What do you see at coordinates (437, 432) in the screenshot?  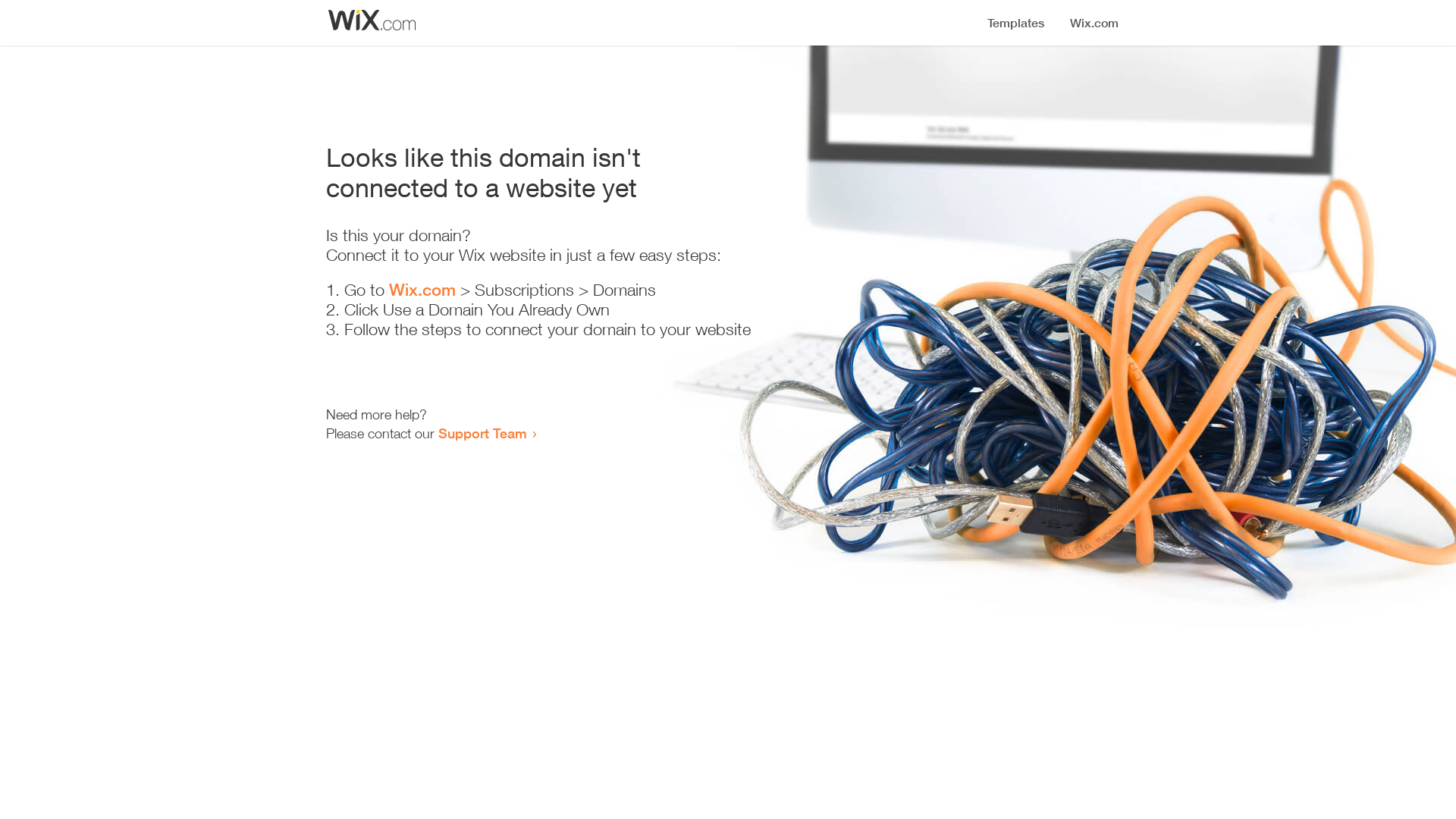 I see `'Support Team'` at bounding box center [437, 432].